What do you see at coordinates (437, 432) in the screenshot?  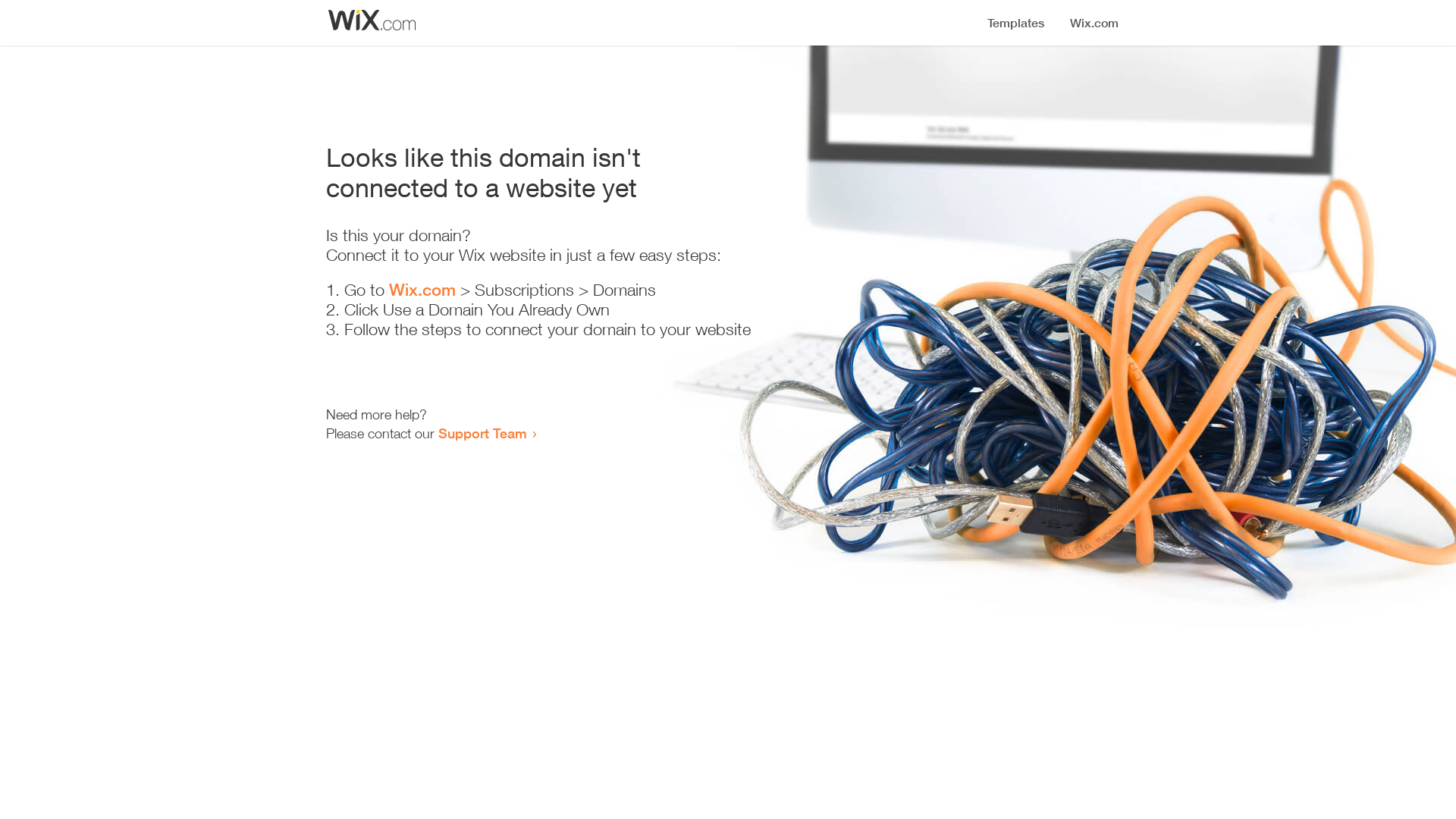 I see `'Support Team'` at bounding box center [437, 432].